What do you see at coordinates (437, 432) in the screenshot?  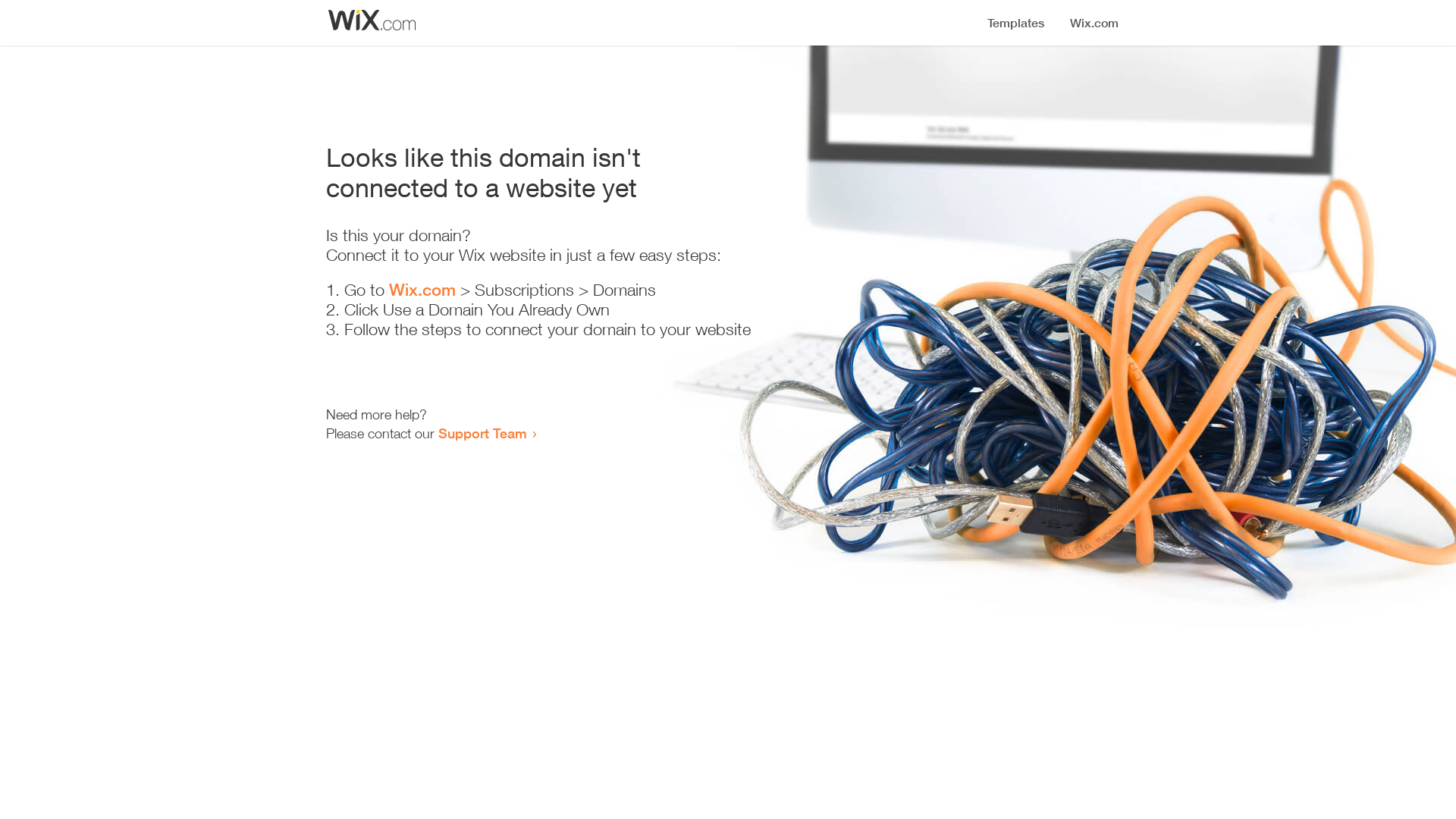 I see `'Support Team'` at bounding box center [437, 432].